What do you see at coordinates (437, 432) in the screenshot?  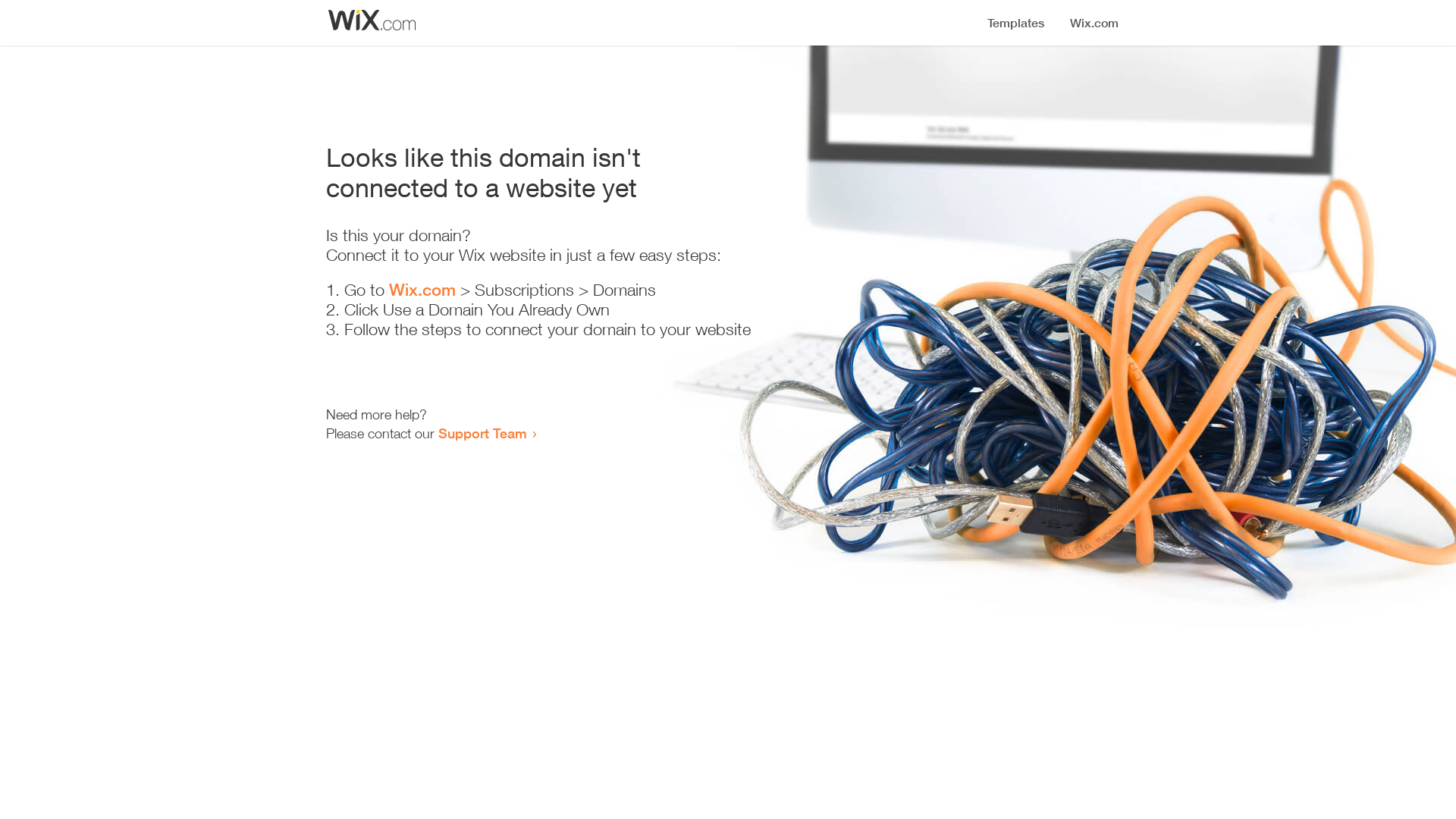 I see `'Support Team'` at bounding box center [437, 432].